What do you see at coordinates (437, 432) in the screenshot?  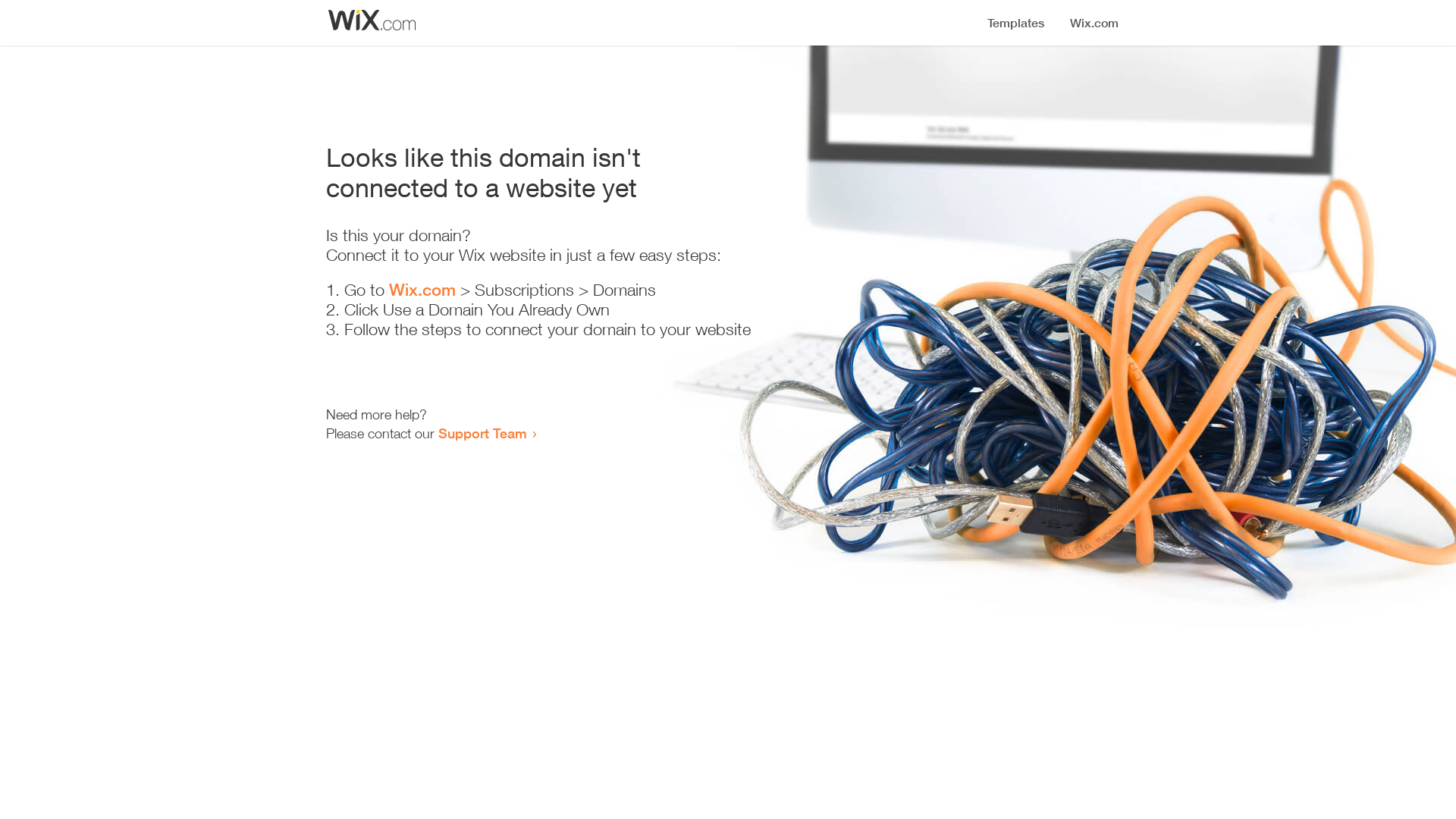 I see `'Support Team'` at bounding box center [437, 432].